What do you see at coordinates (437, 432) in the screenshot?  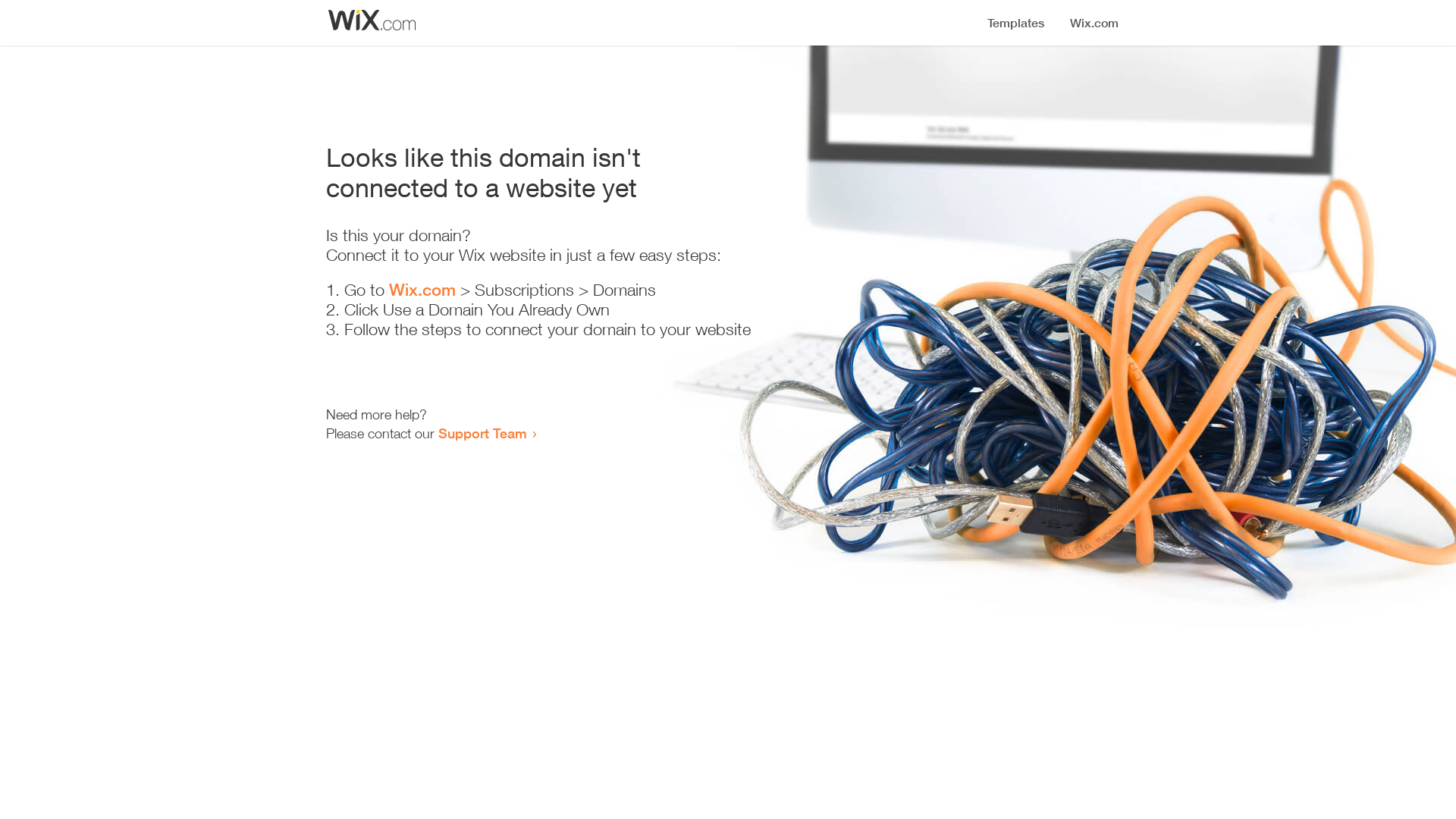 I see `'Support Team'` at bounding box center [437, 432].